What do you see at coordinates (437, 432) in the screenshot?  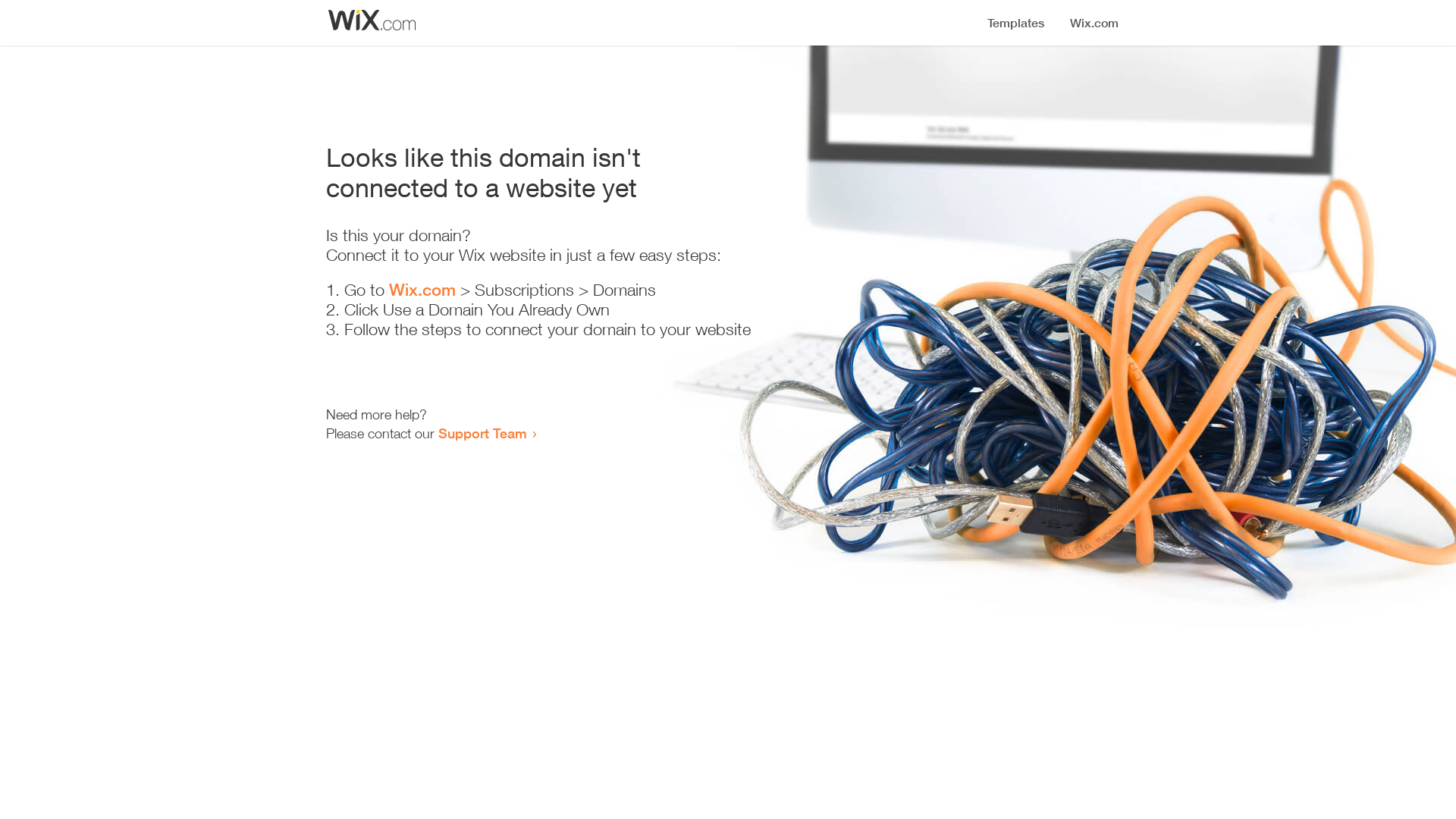 I see `'Support Team'` at bounding box center [437, 432].